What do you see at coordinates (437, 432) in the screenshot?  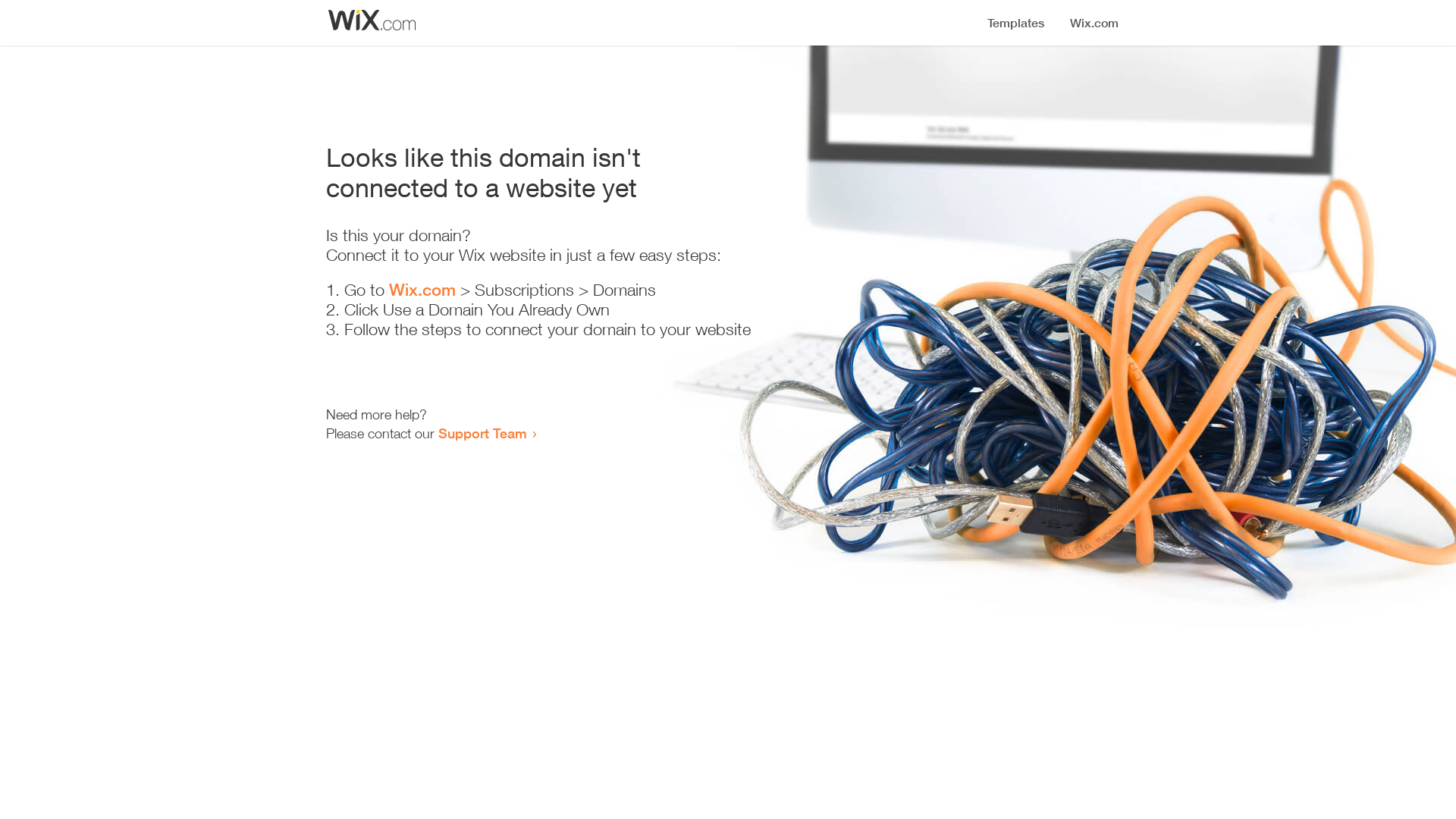 I see `'Support Team'` at bounding box center [437, 432].